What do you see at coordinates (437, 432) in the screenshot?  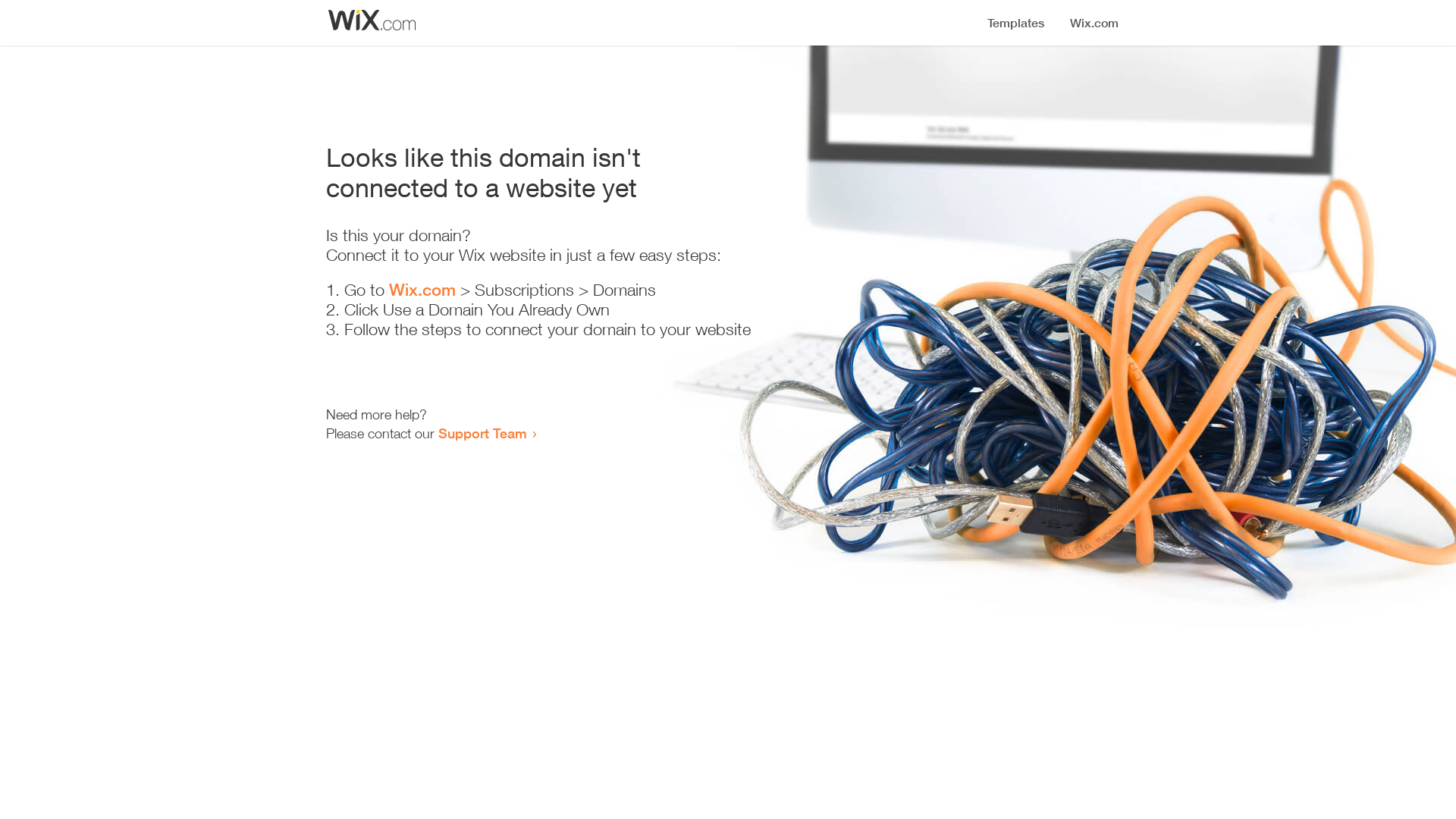 I see `'Support Team'` at bounding box center [437, 432].